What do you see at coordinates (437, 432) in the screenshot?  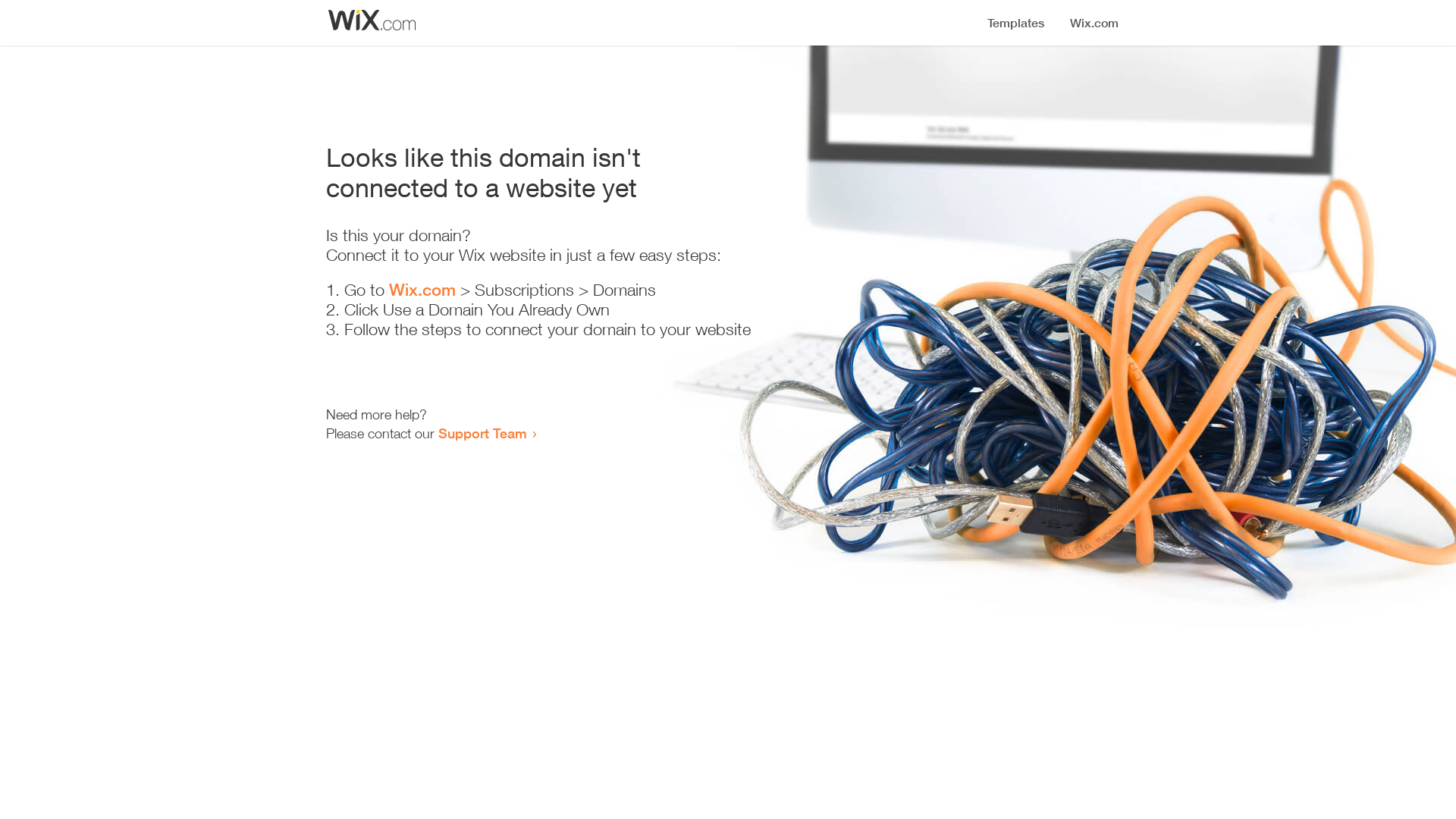 I see `'Support Team'` at bounding box center [437, 432].